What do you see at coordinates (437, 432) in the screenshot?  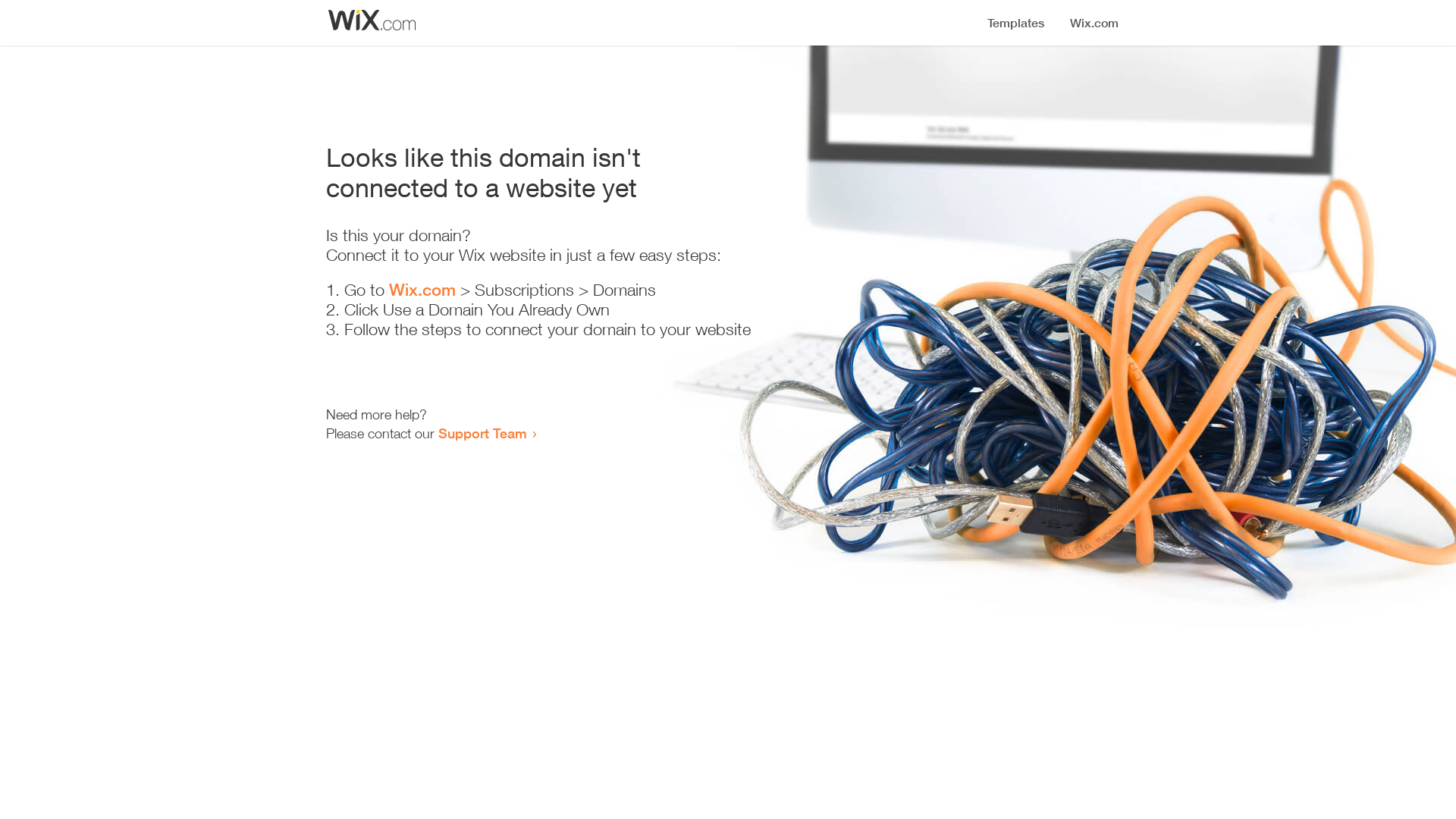 I see `'Support Team'` at bounding box center [437, 432].